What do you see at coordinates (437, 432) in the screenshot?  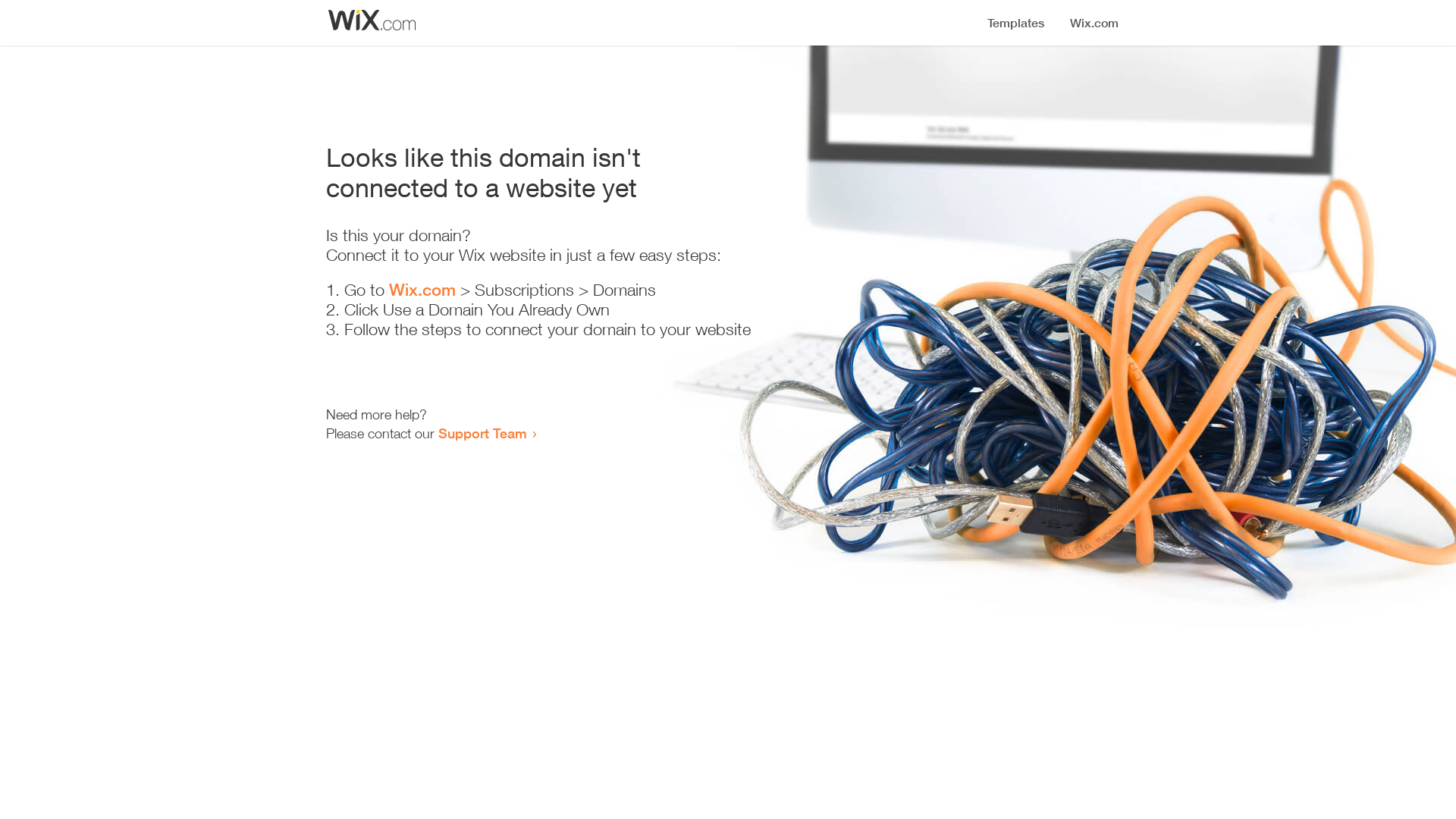 I see `'Support Team'` at bounding box center [437, 432].